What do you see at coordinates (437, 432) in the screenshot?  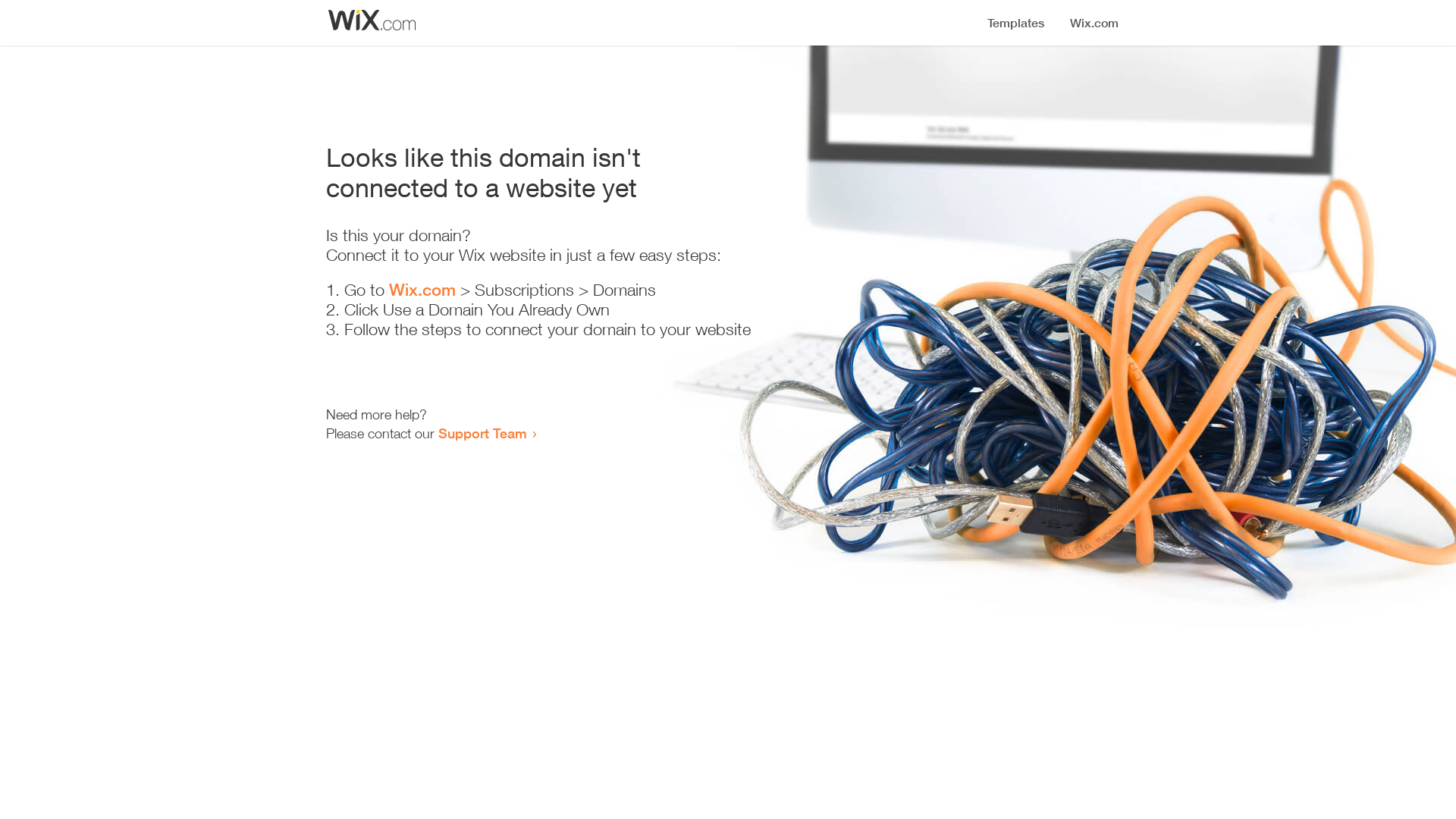 I see `'Support Team'` at bounding box center [437, 432].